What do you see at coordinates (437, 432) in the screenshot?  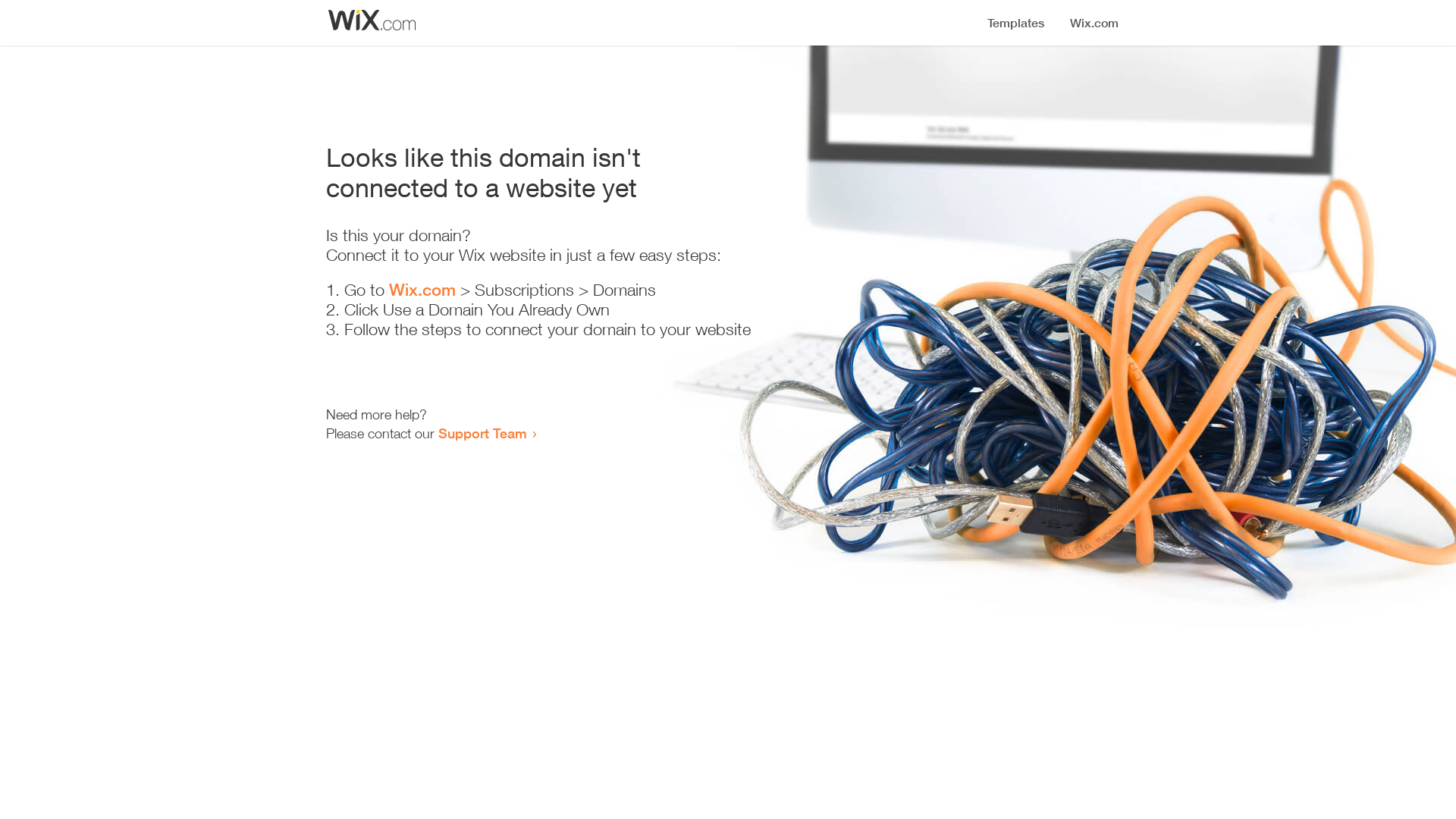 I see `'Support Team'` at bounding box center [437, 432].